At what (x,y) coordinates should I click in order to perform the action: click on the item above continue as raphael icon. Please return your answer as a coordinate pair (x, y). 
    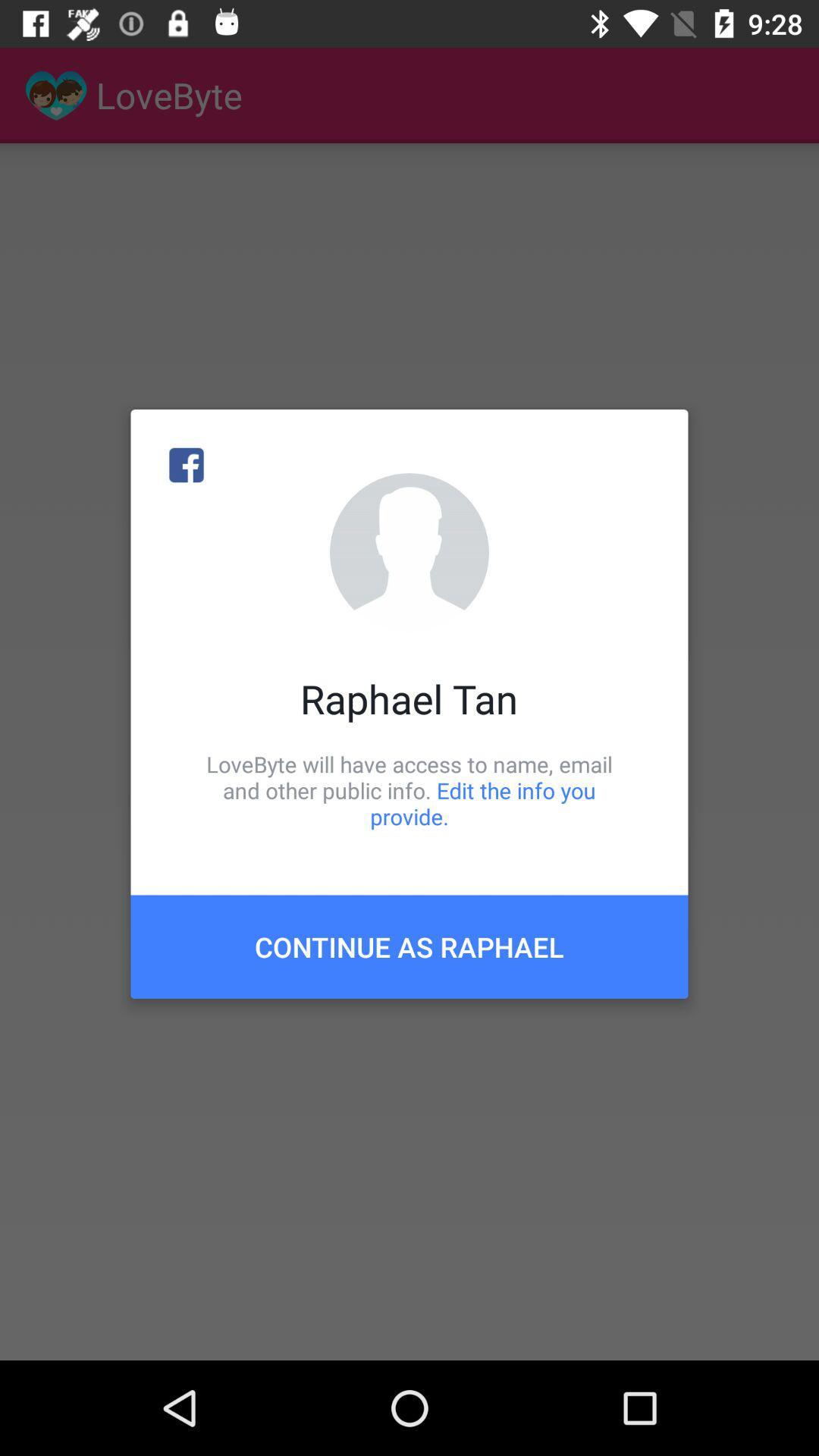
    Looking at the image, I should click on (409, 789).